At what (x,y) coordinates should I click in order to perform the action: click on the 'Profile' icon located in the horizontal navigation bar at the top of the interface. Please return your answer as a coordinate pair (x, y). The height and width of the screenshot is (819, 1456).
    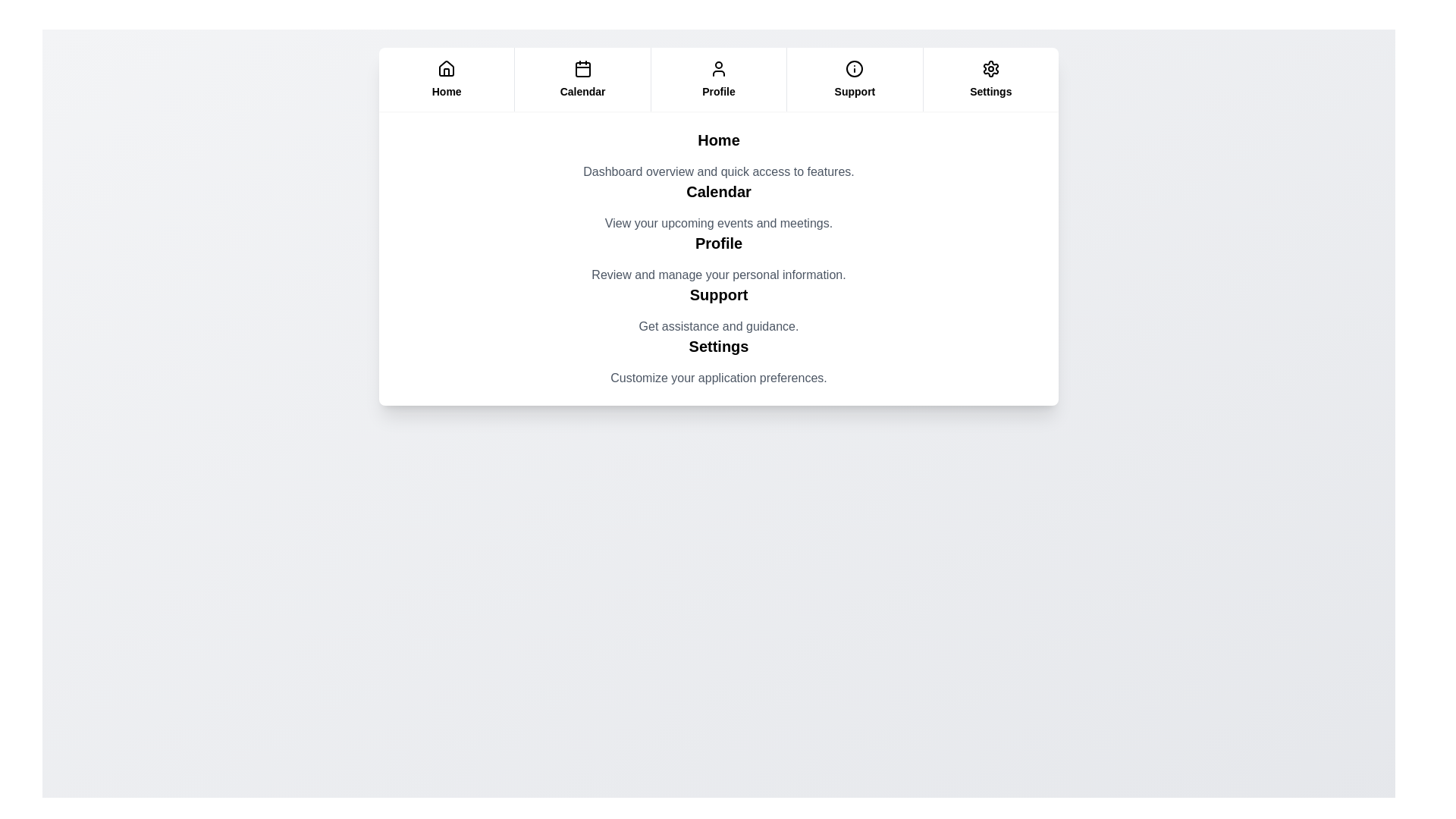
    Looking at the image, I should click on (718, 69).